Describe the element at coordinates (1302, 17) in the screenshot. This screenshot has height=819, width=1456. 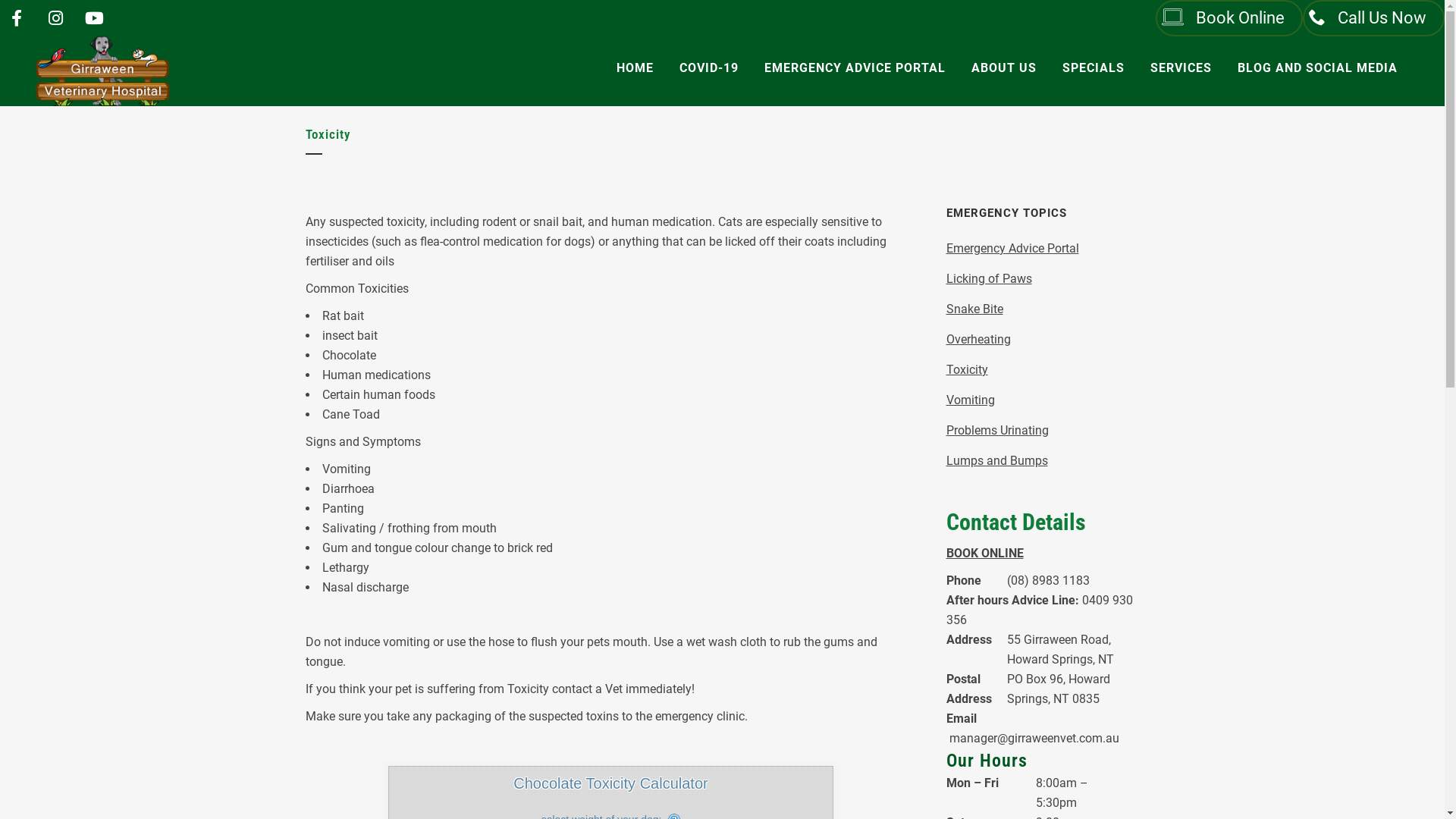
I see `'Call Us Now'` at that location.